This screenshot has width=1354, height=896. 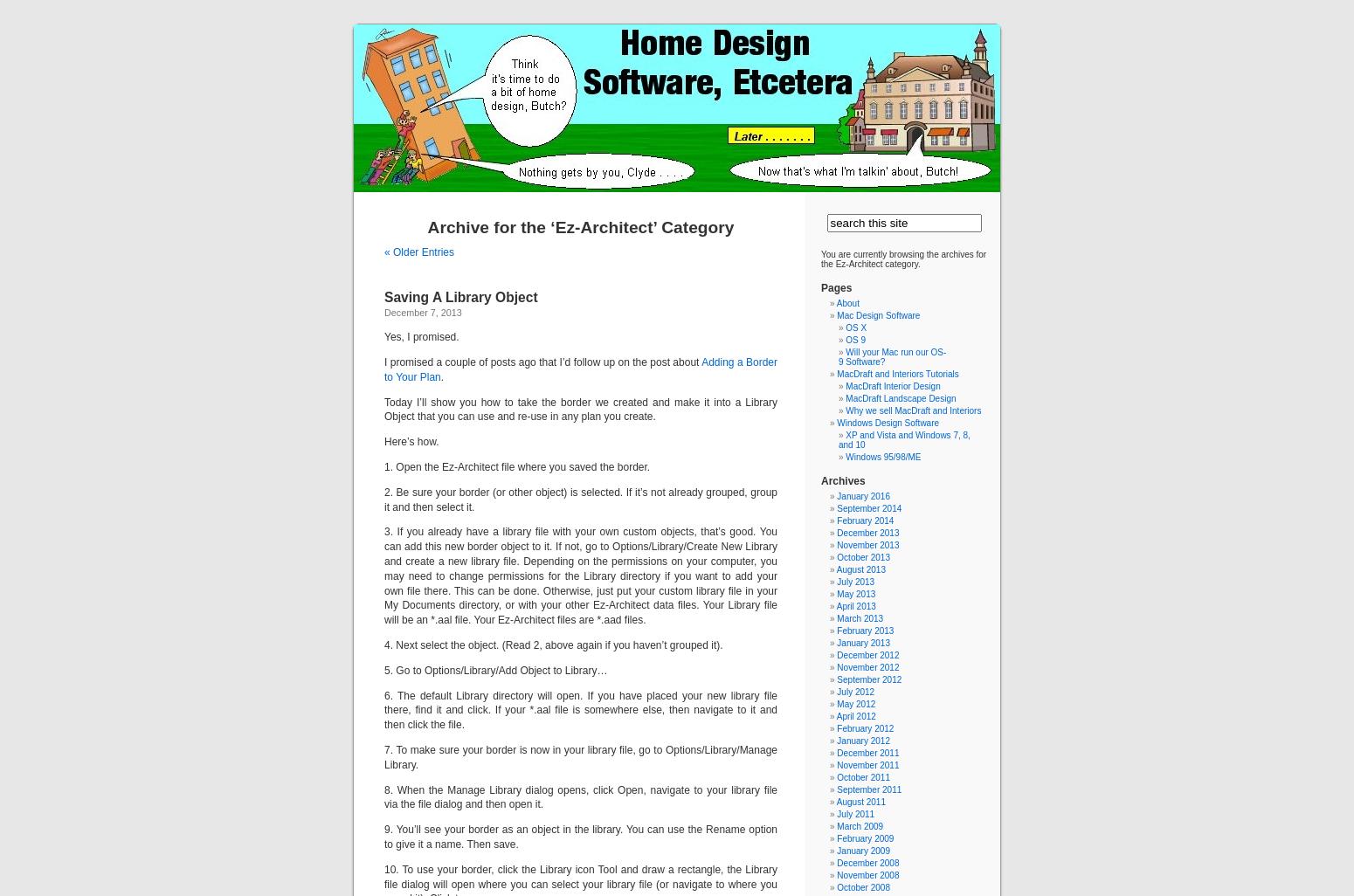 I want to click on 'March 2013', so click(x=836, y=617).